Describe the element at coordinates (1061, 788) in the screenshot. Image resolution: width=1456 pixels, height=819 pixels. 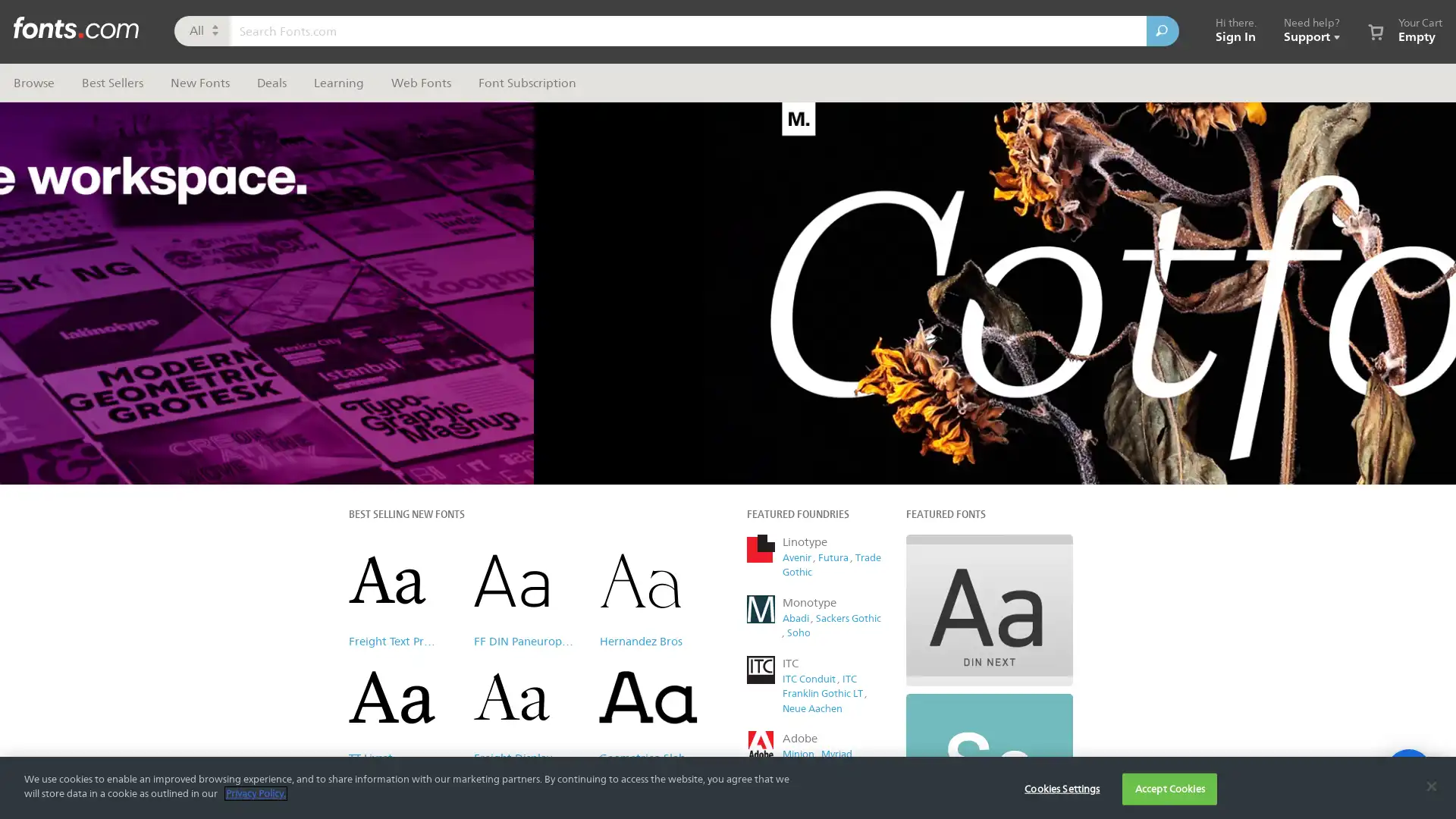
I see `Cookies Settings` at that location.